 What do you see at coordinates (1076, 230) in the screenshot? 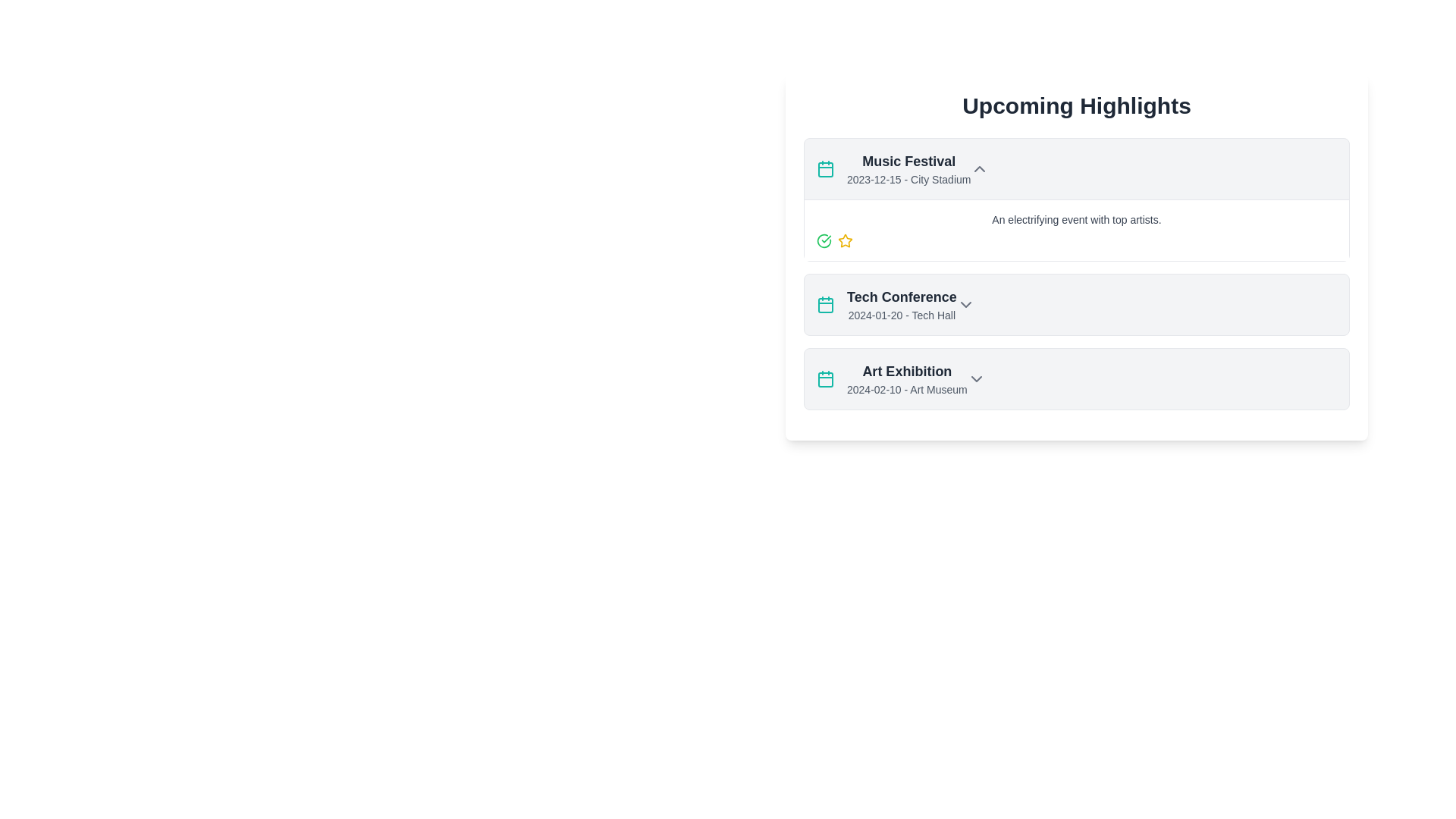
I see `the text block that reads 'An electrifying event with top artists.' located in the 'Upcoming Highlights' section under the 'Music Festival' item` at bounding box center [1076, 230].